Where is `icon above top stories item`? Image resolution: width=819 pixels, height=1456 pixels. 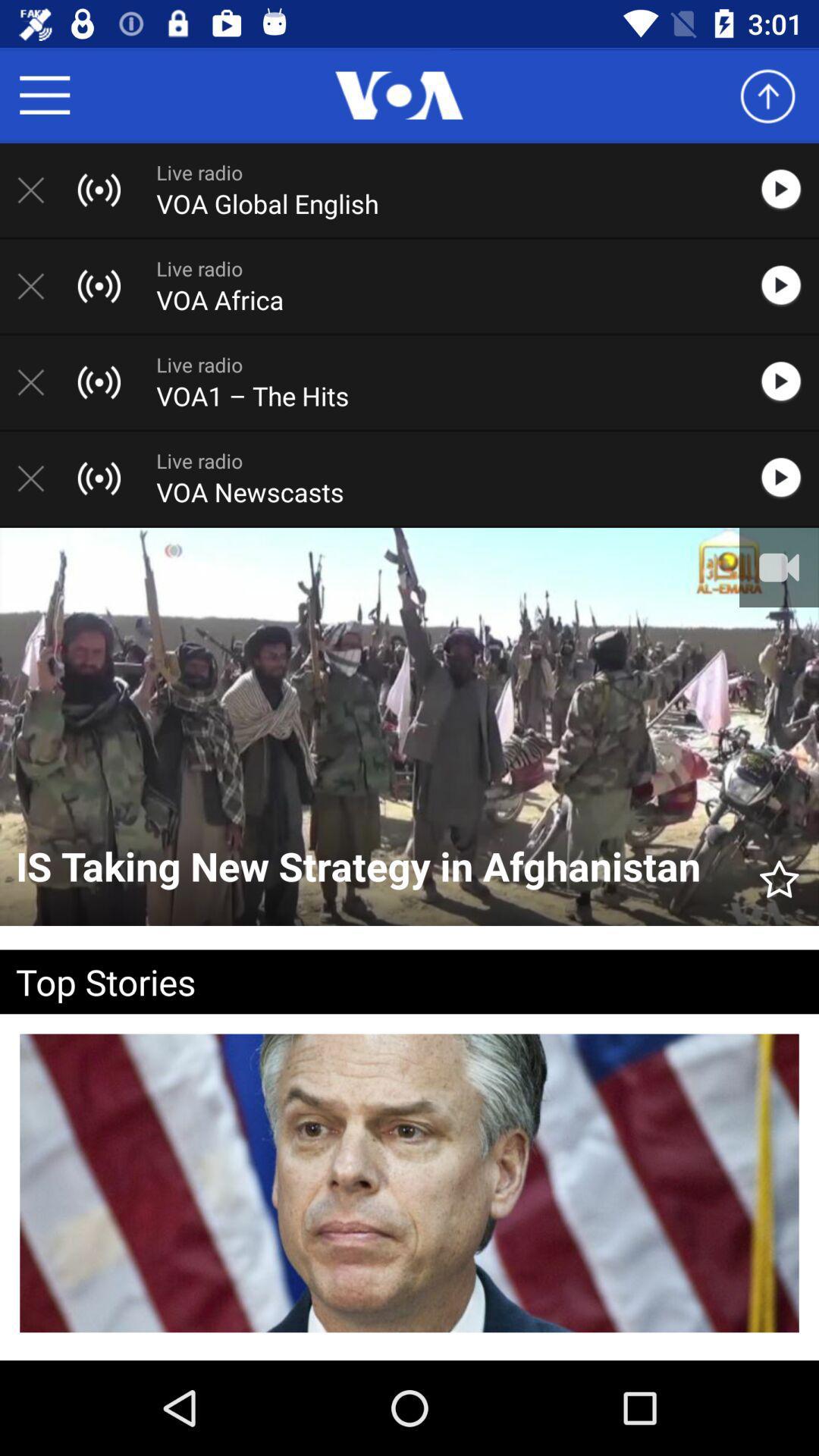
icon above top stories item is located at coordinates (779, 872).